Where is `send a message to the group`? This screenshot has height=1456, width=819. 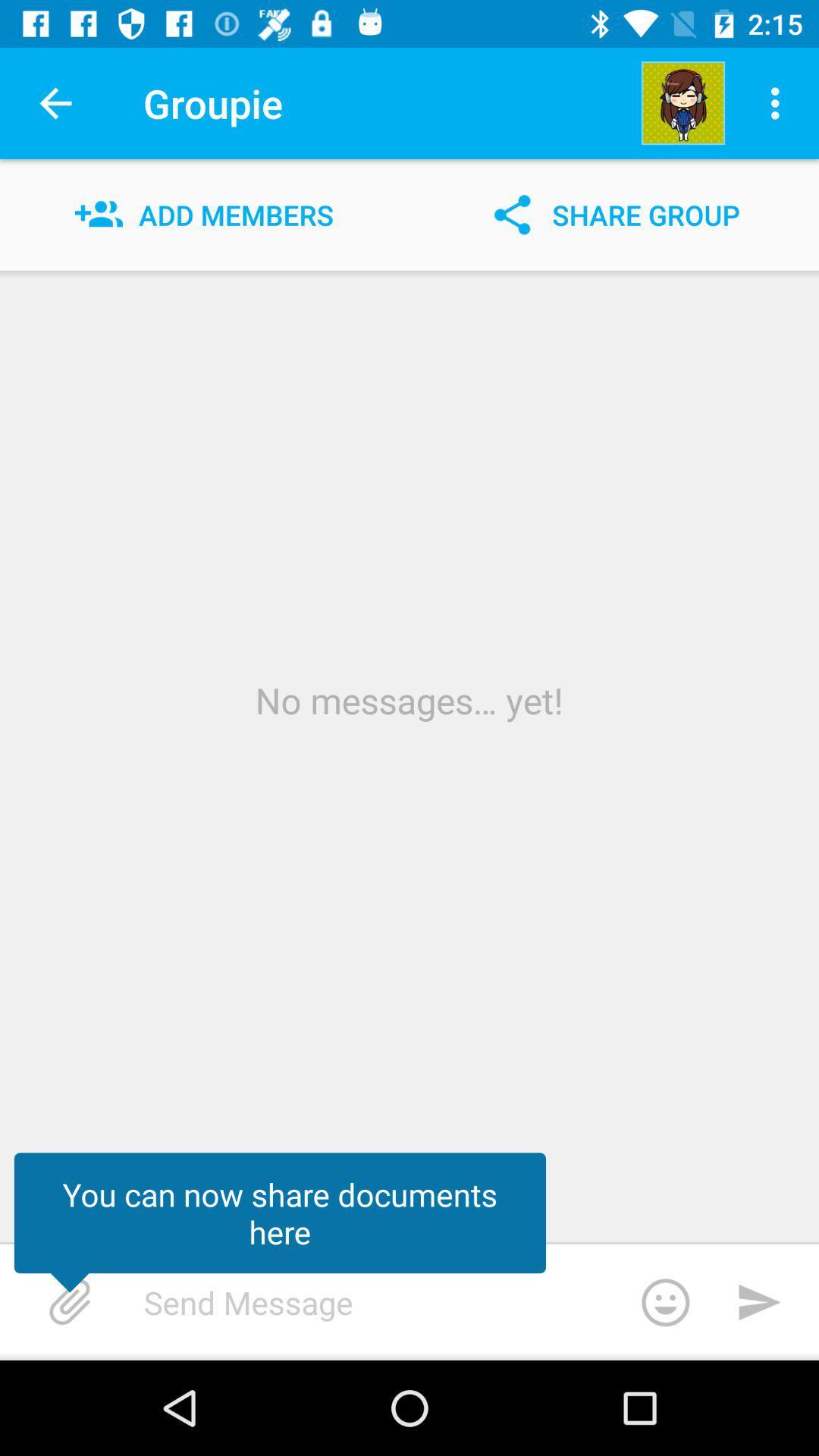
send a message to the group is located at coordinates (428, 1301).